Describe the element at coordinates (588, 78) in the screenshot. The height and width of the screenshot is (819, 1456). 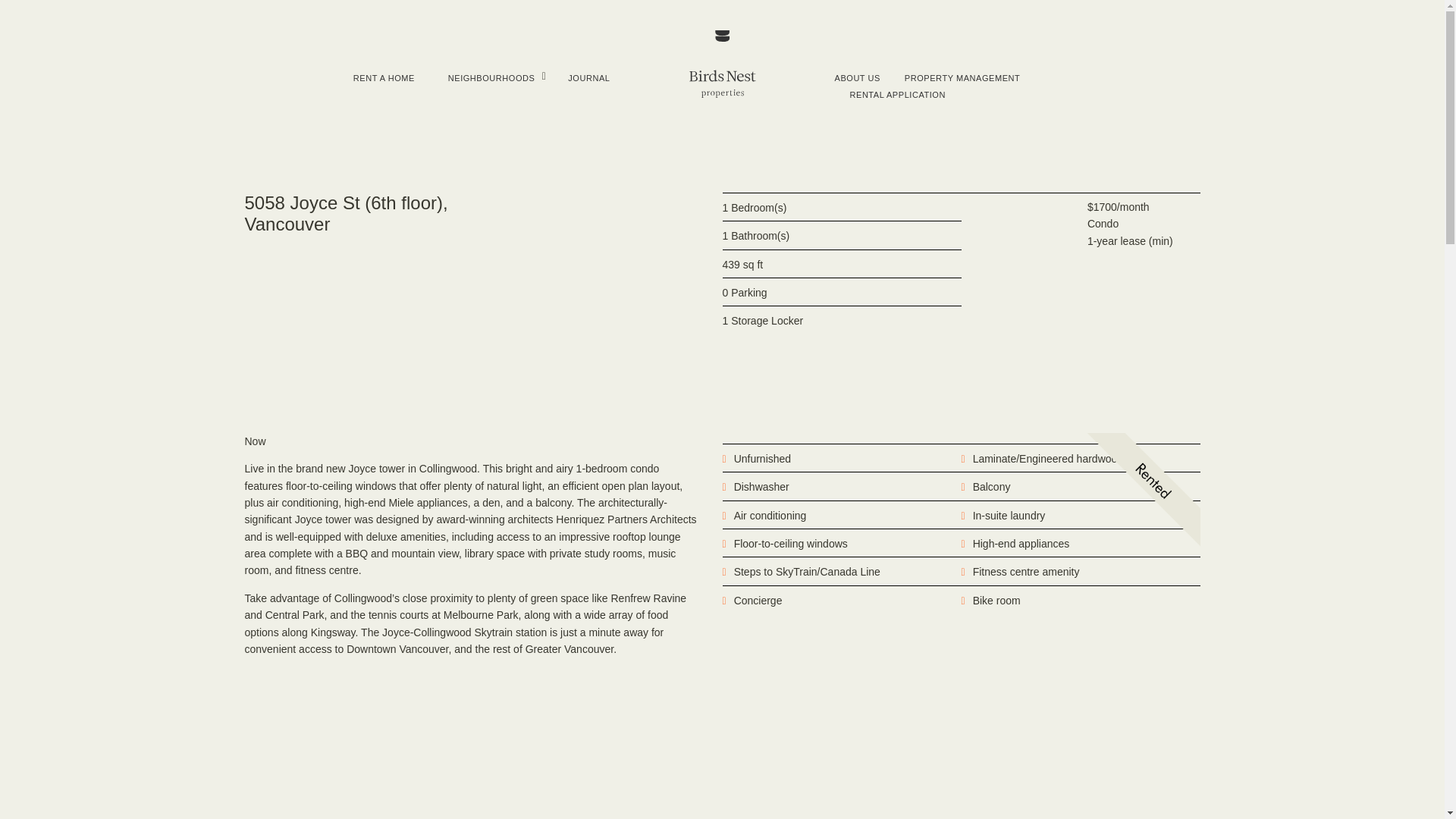
I see `'JOURNAL'` at that location.